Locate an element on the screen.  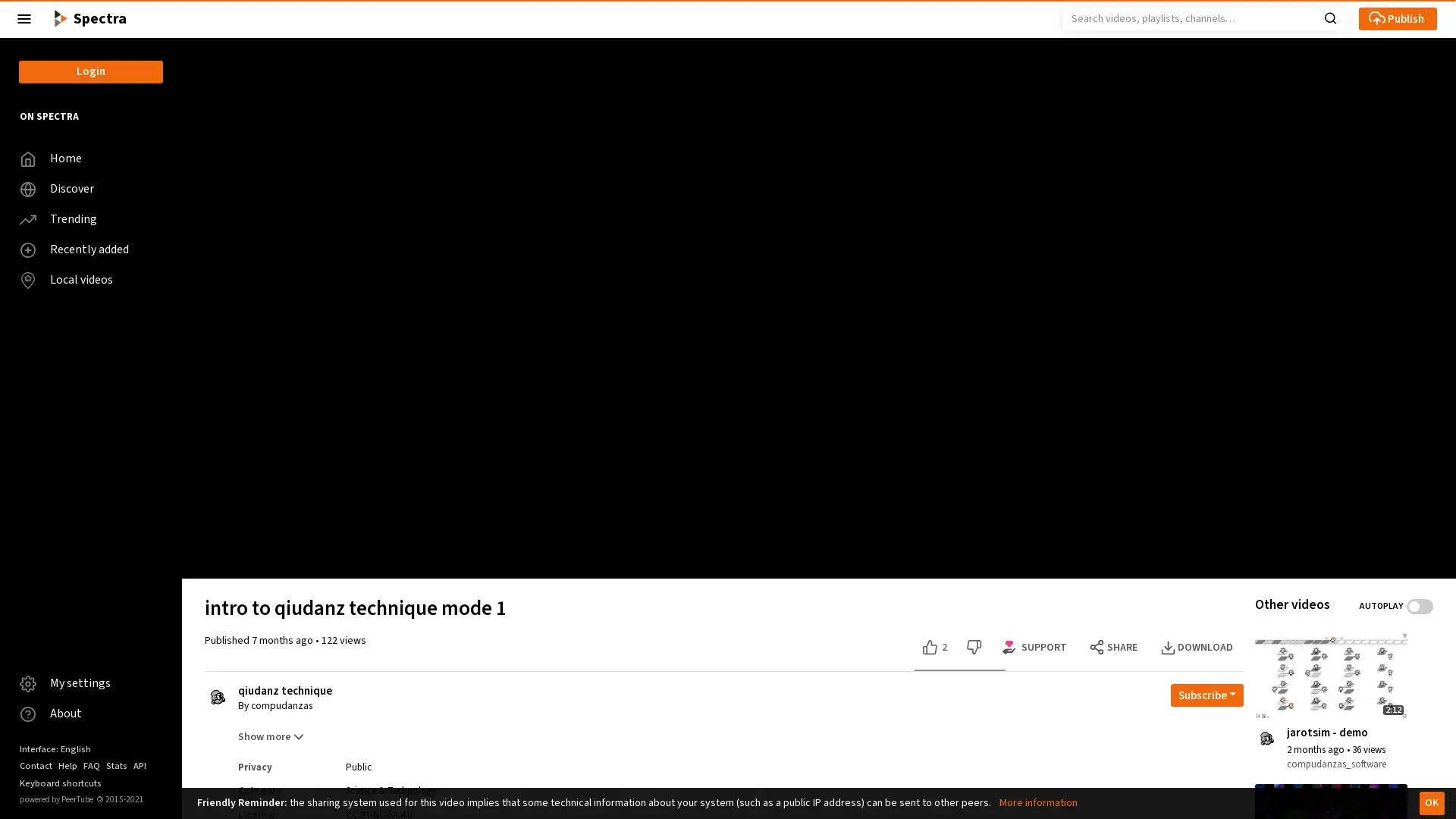
Search is located at coordinates (1329, 17).